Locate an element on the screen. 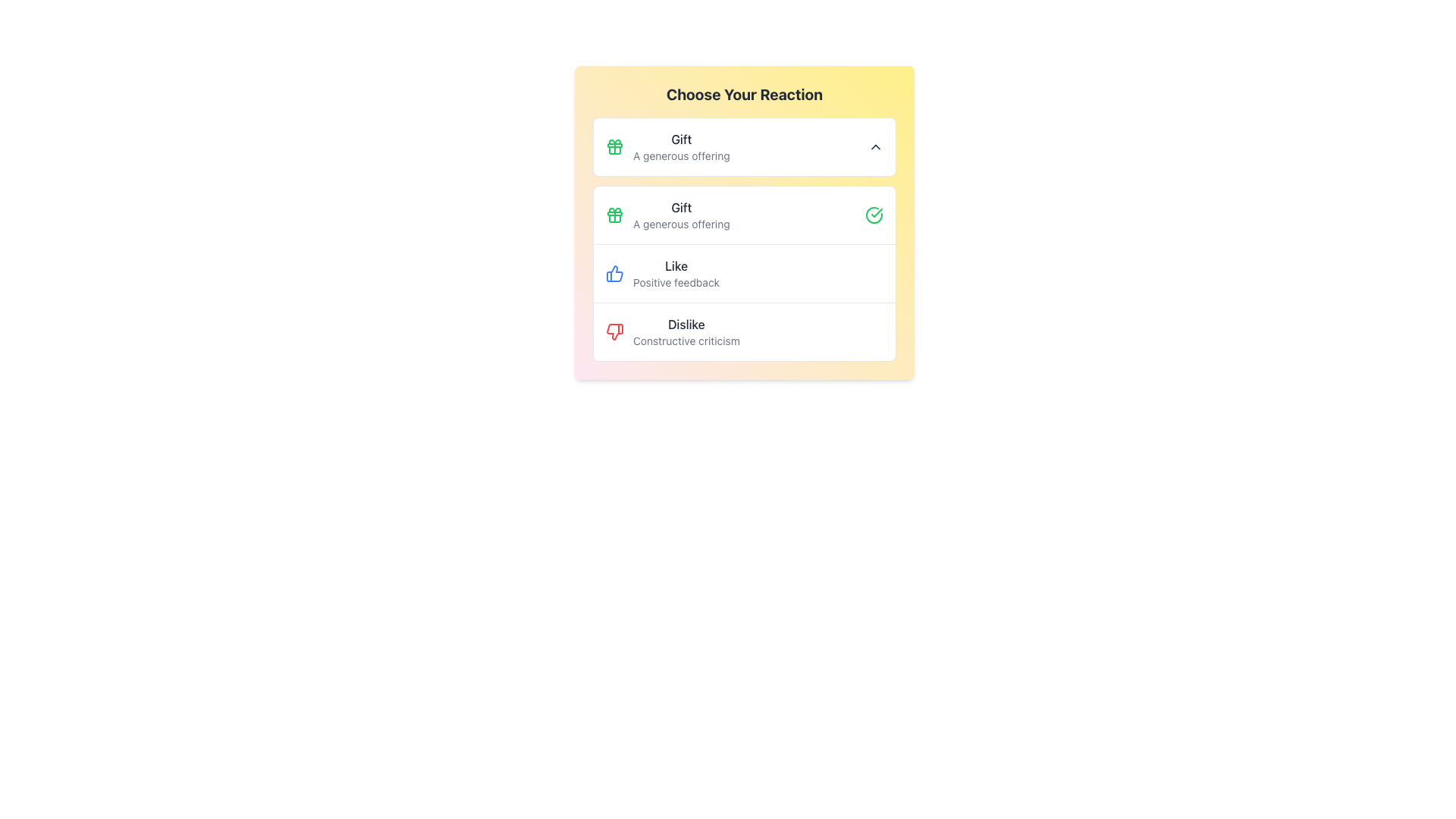 This screenshot has height=819, width=1456. the 'Dislike' clickable option with the text 'Constructive criticism' is located at coordinates (686, 331).